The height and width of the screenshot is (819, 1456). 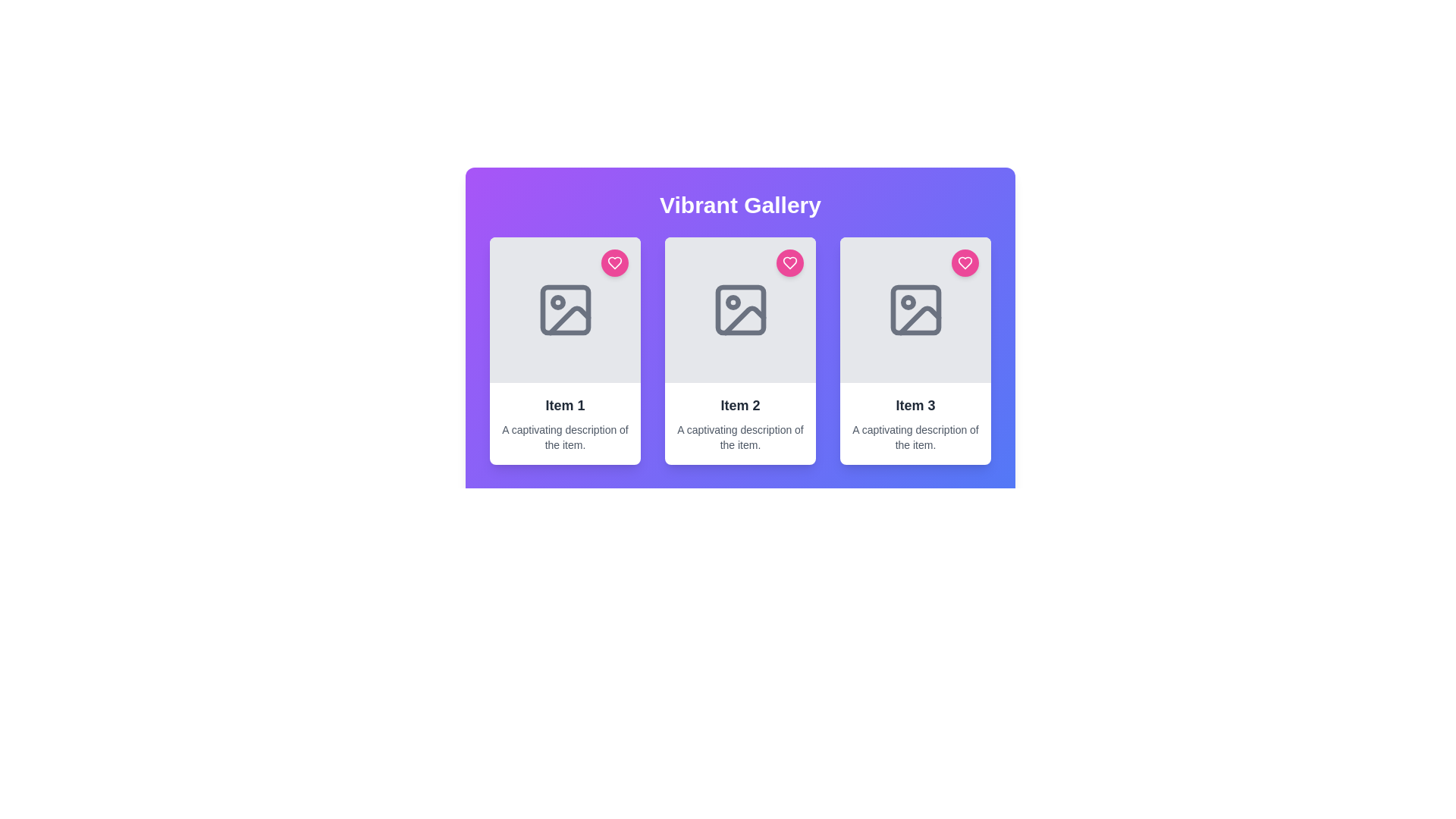 What do you see at coordinates (564, 309) in the screenshot?
I see `the image placeholder located` at bounding box center [564, 309].